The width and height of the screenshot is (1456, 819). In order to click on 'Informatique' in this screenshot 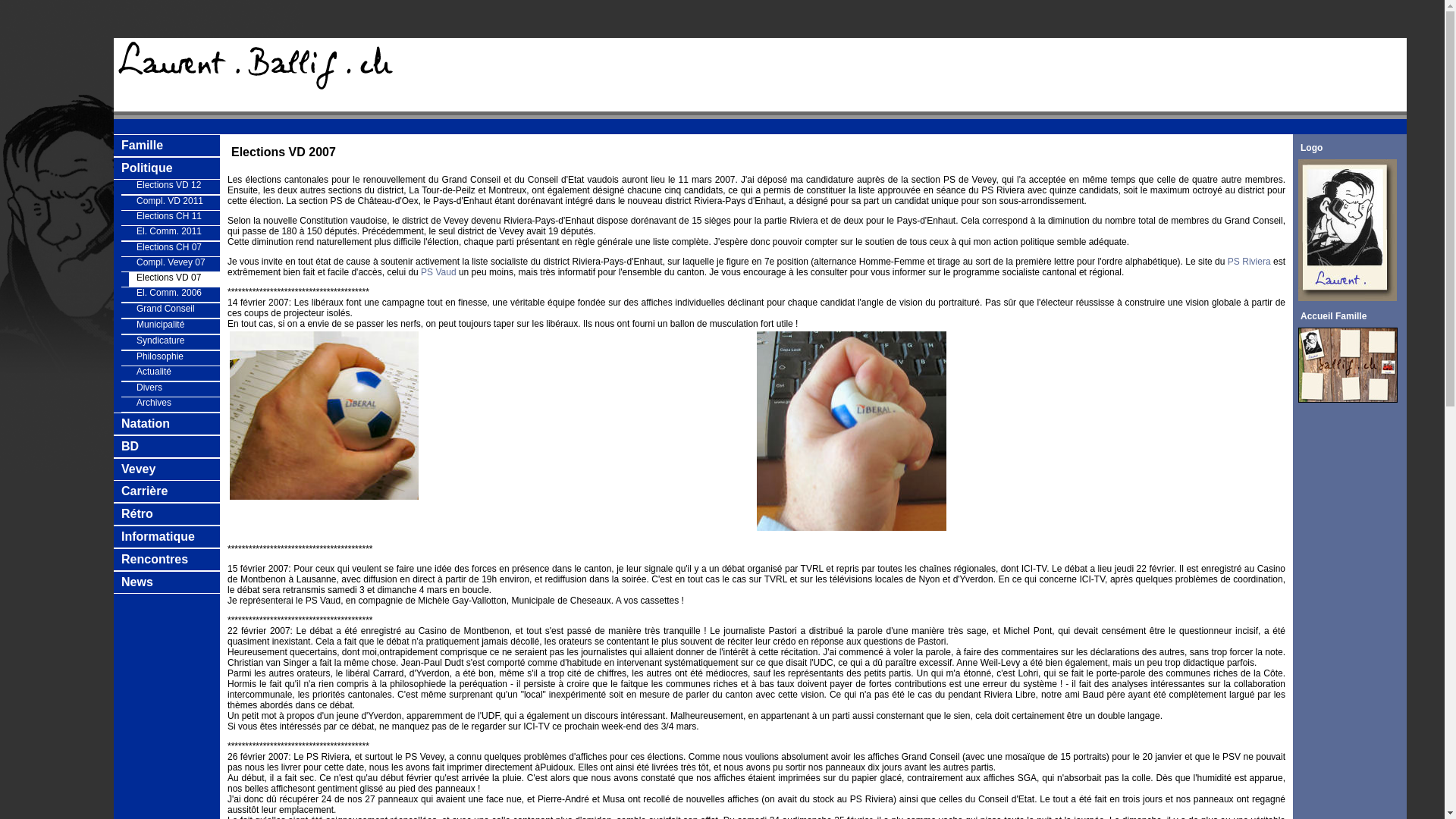, I will do `click(158, 535)`.